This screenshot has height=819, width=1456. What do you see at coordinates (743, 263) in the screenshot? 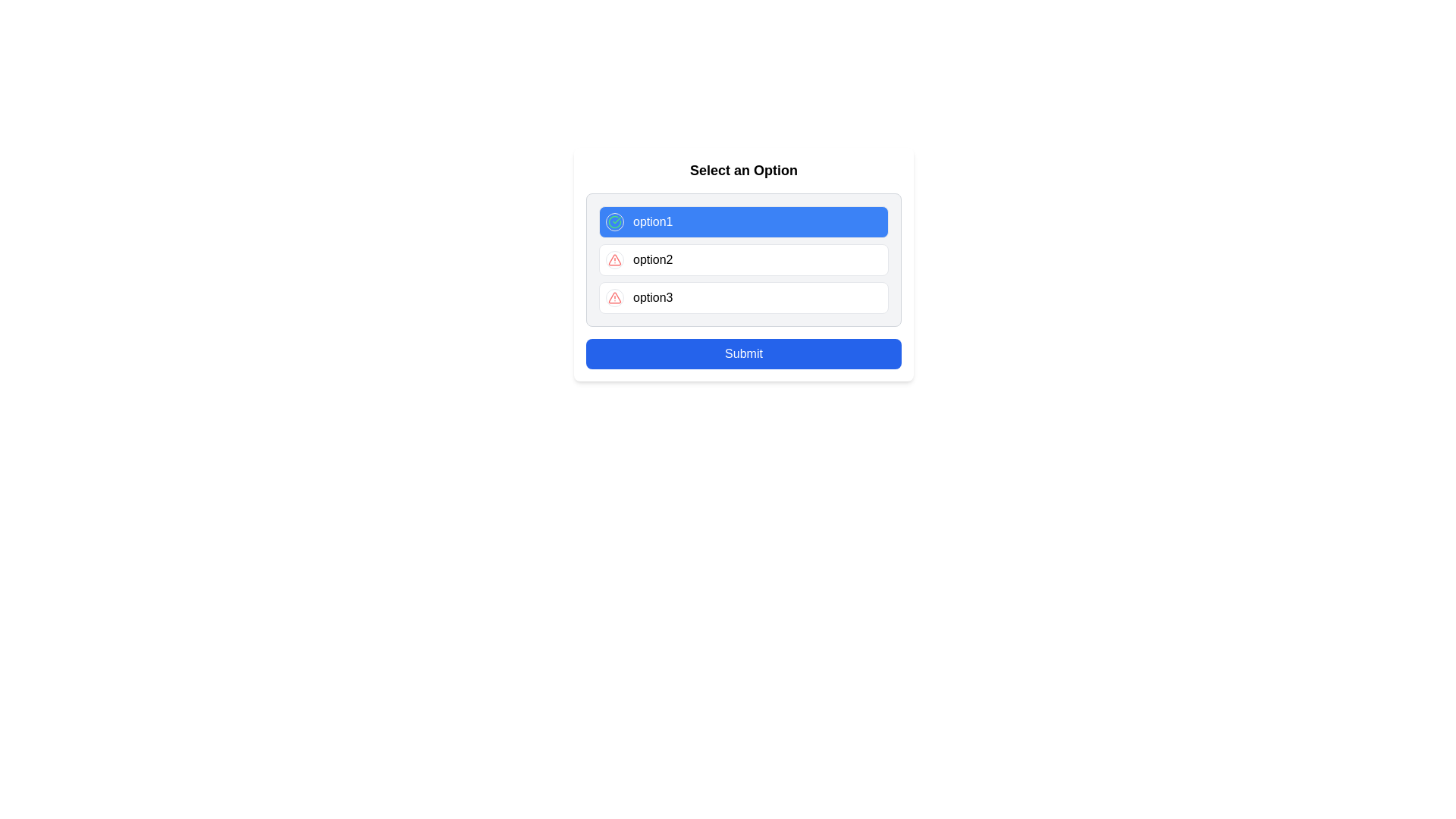
I see `the selectable list item representing 'option2'` at bounding box center [743, 263].